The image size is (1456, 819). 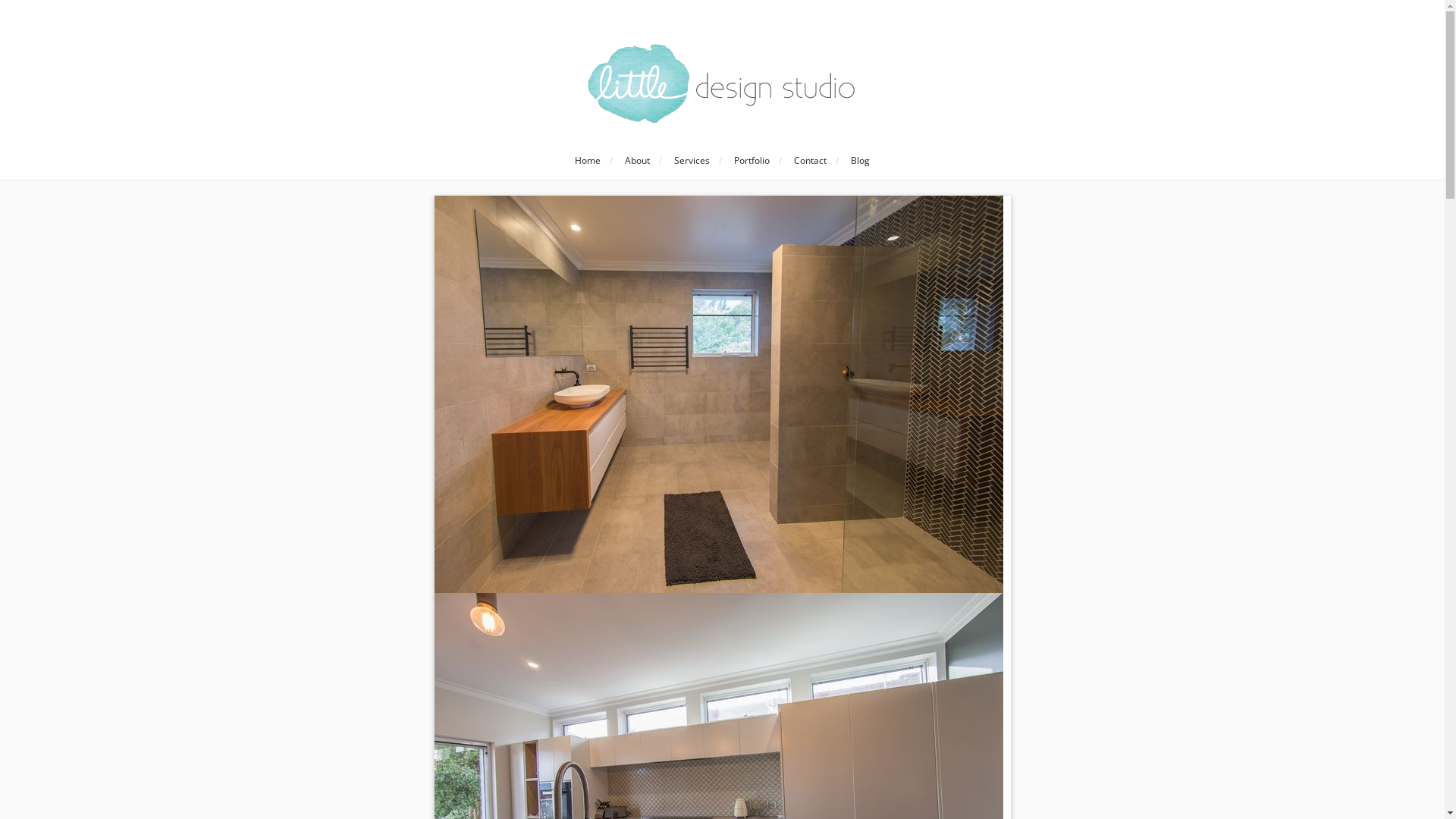 What do you see at coordinates (691, 161) in the screenshot?
I see `'Services'` at bounding box center [691, 161].